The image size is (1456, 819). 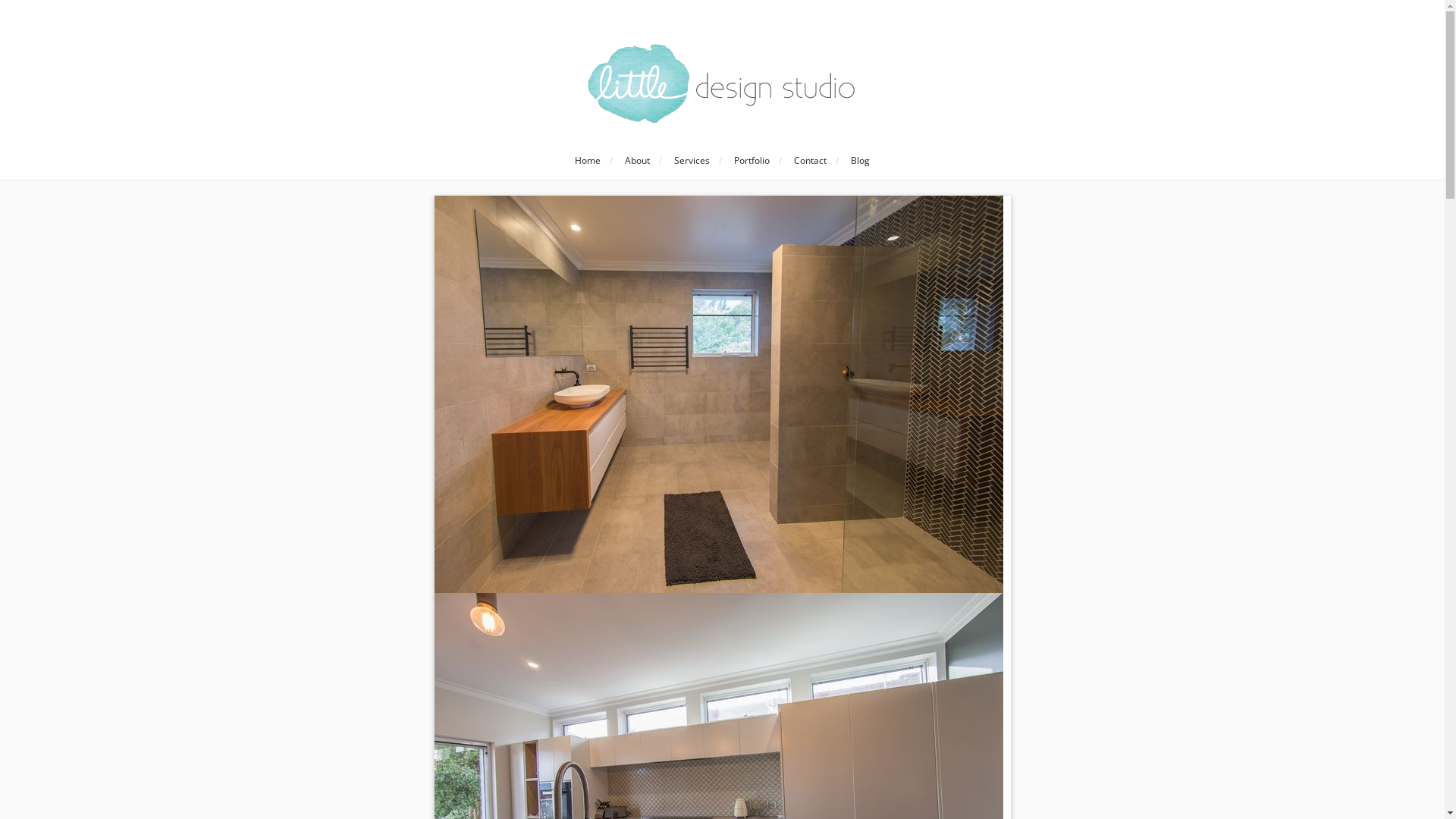 What do you see at coordinates (691, 161) in the screenshot?
I see `'Services'` at bounding box center [691, 161].